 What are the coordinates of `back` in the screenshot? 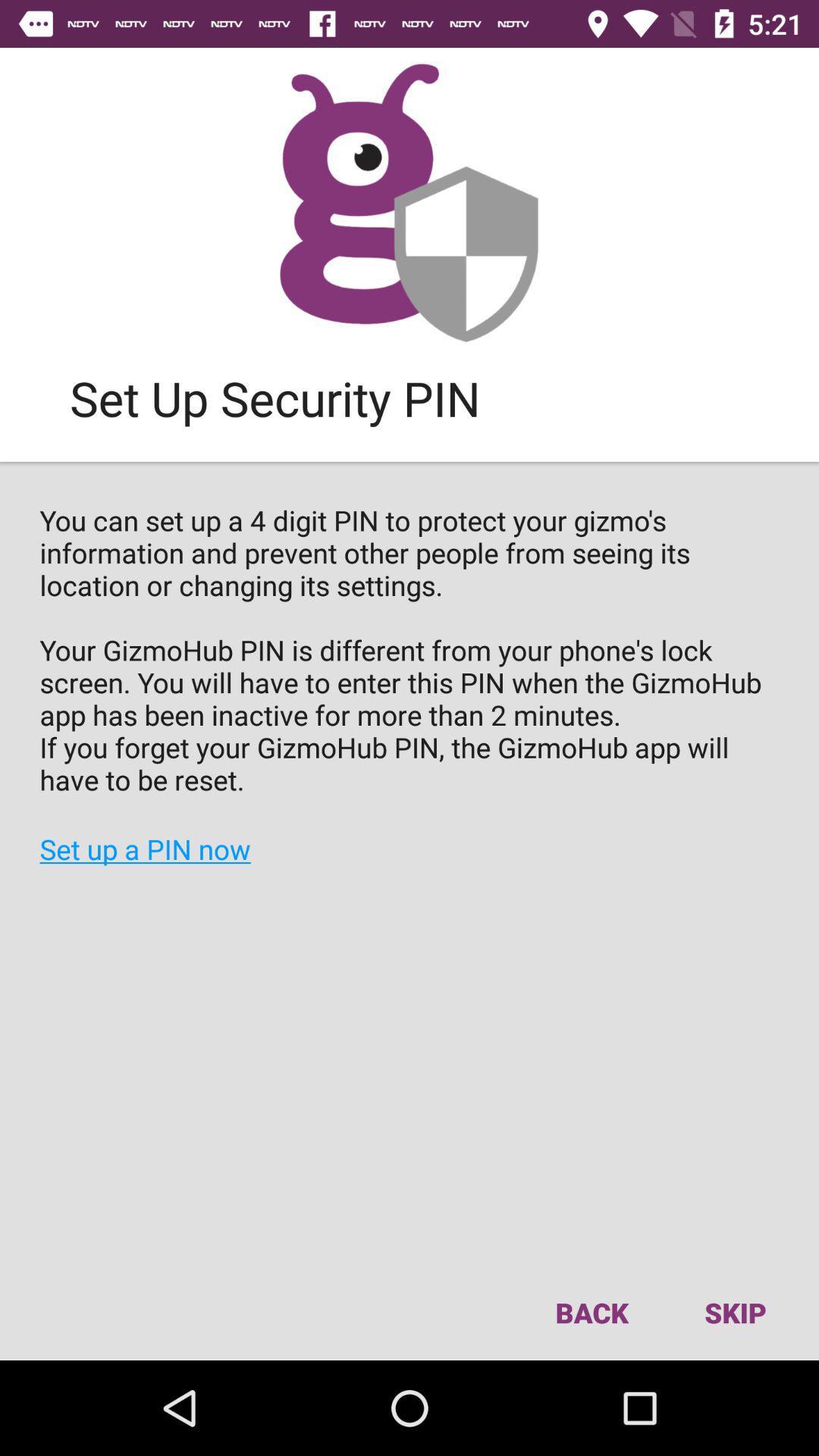 It's located at (591, 1312).